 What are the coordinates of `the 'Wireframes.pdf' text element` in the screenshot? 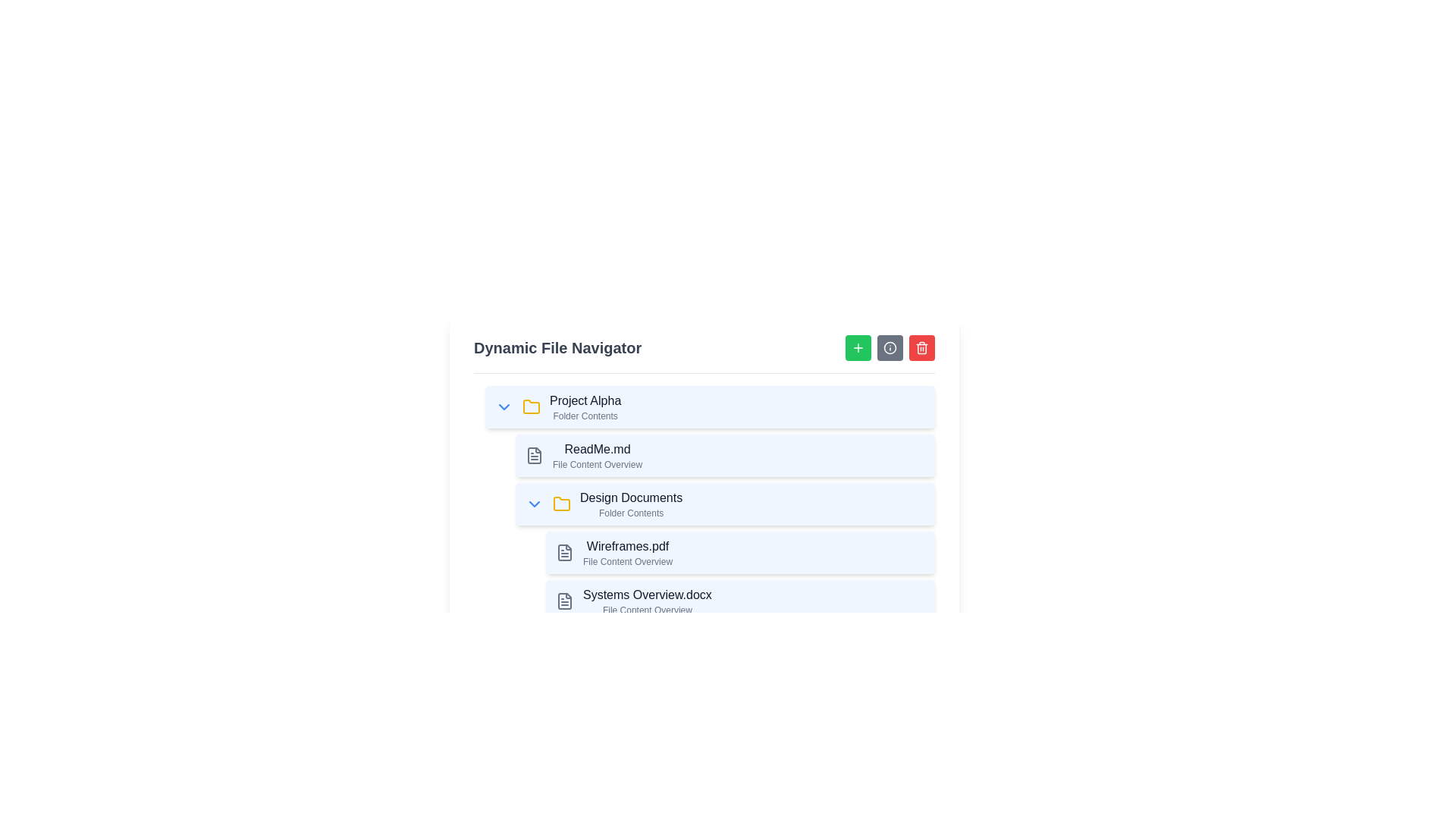 It's located at (628, 553).